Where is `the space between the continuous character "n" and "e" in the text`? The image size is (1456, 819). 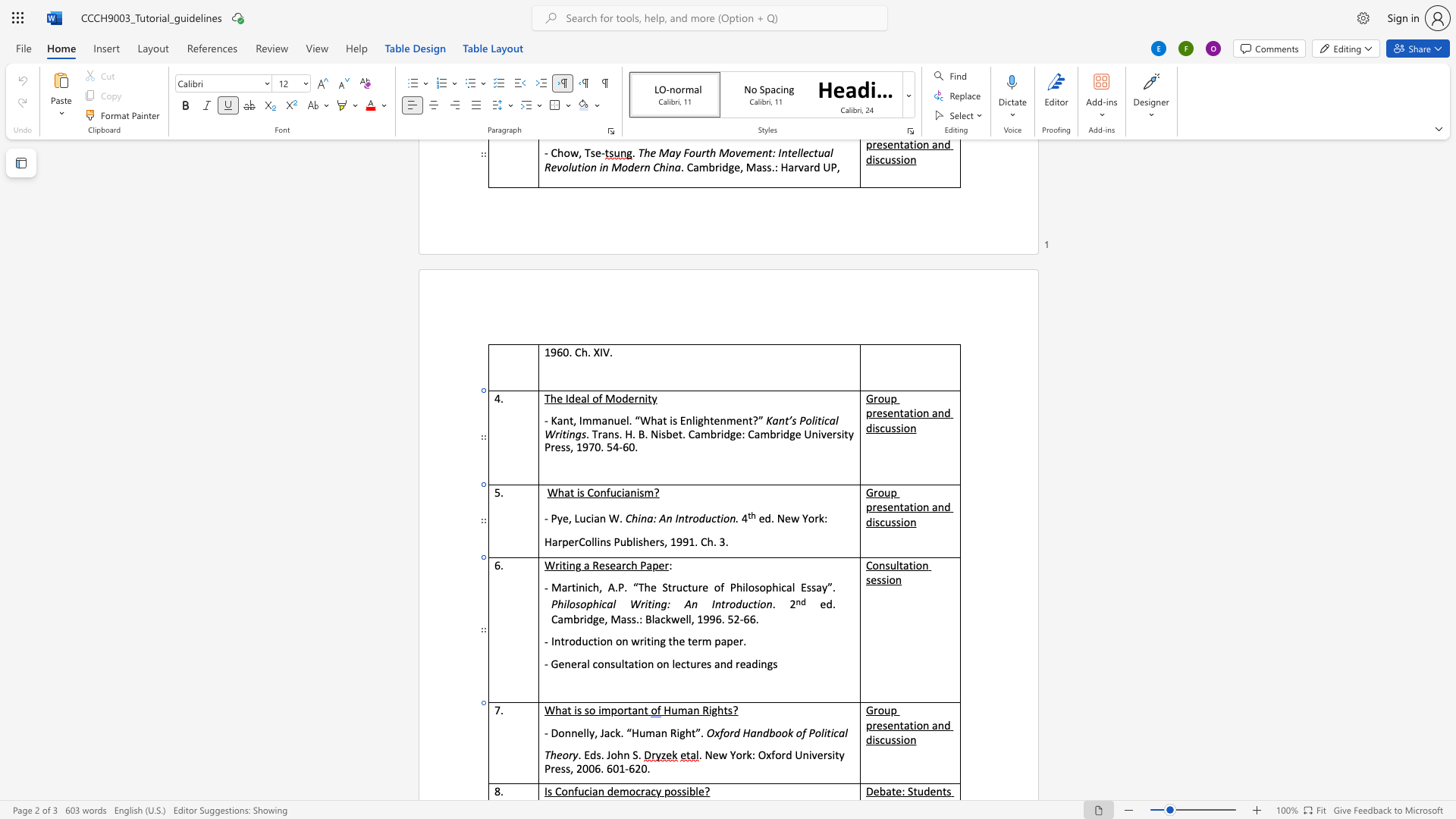
the space between the continuous character "n" and "e" in the text is located at coordinates (576, 732).